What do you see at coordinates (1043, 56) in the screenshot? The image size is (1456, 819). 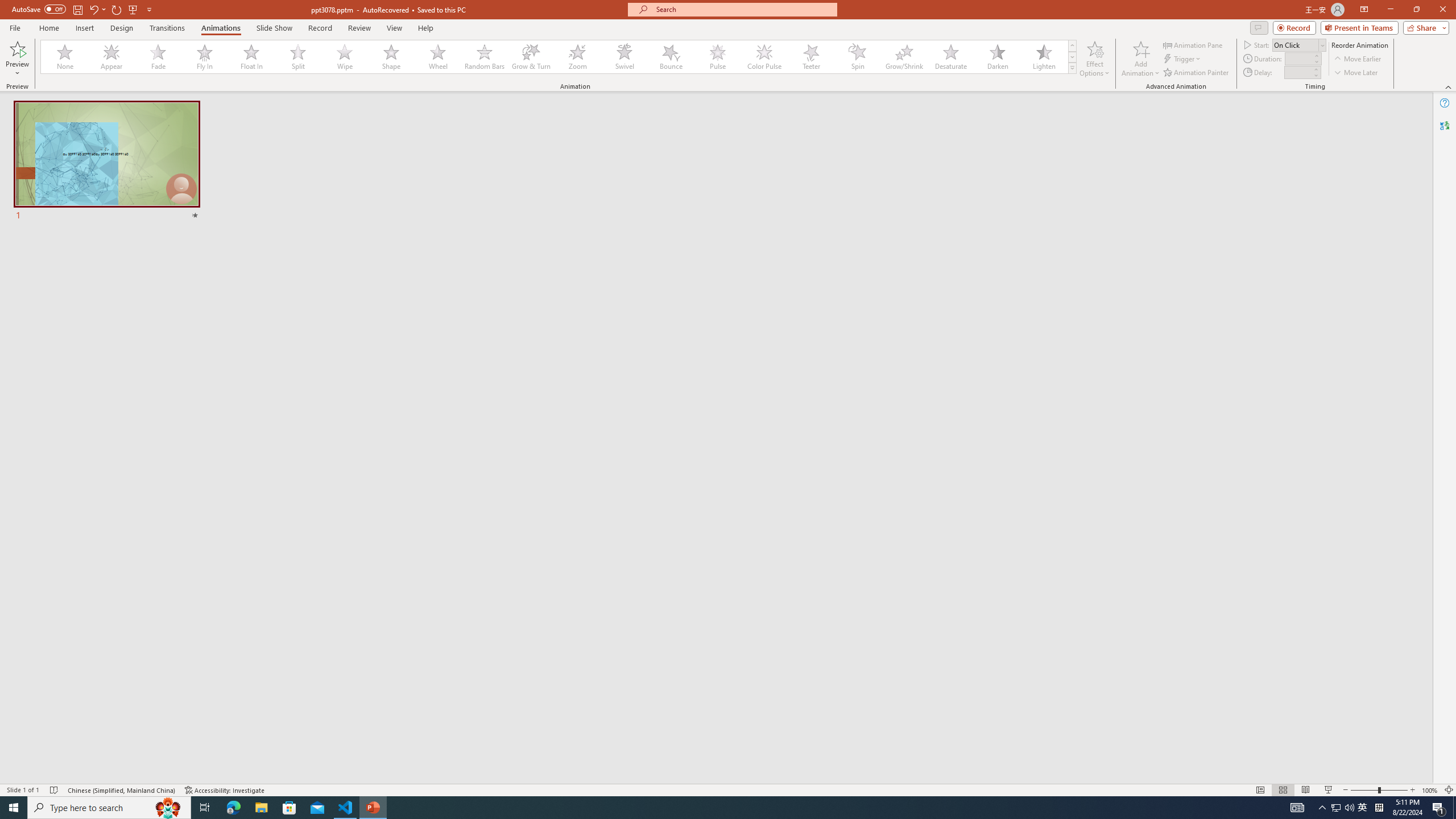 I see `'Lighten'` at bounding box center [1043, 56].